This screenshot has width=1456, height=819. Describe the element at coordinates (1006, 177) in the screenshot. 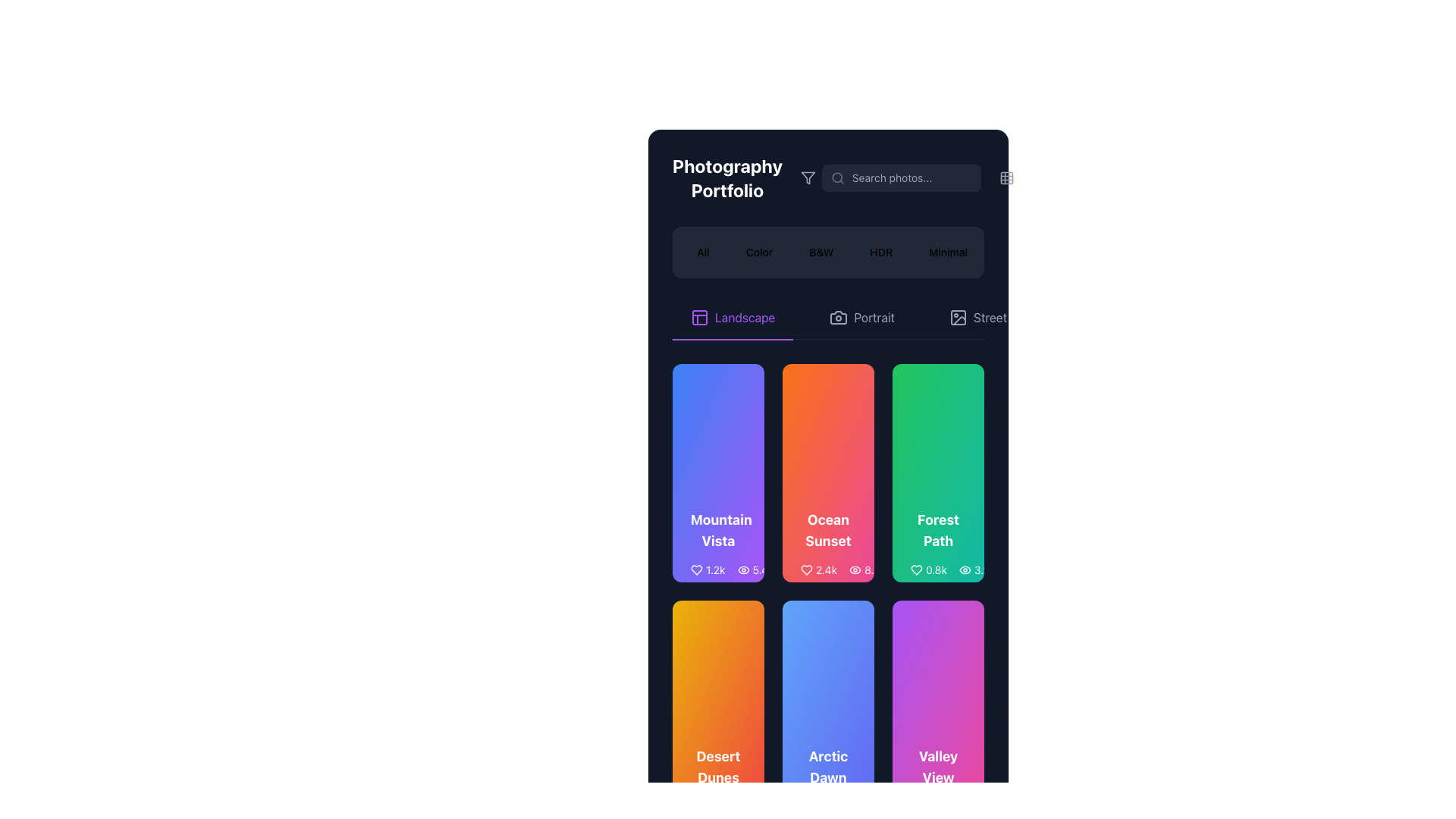

I see `the grid layout toggle icon, which is a minimalistic grid icon consisting of three by three squares within a rounded rectangle, located in the top-right corner of the application's interface, adjacent to the search bar` at that location.